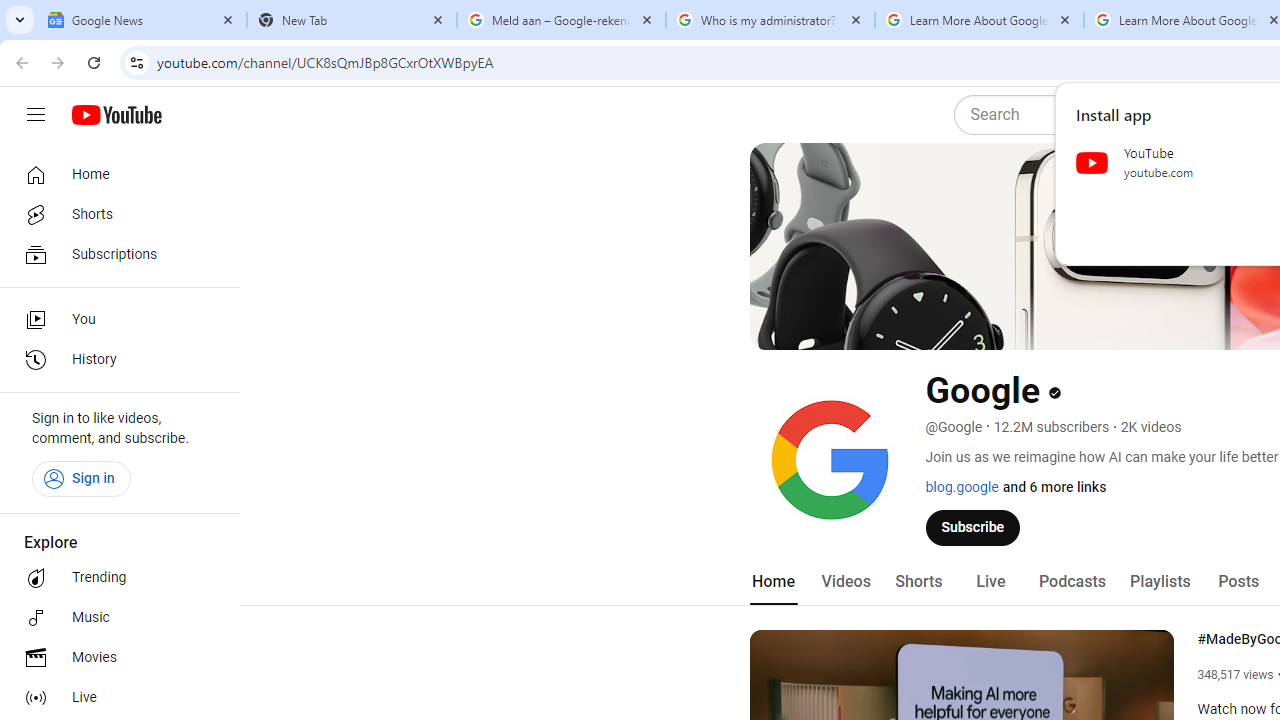 The height and width of the screenshot is (720, 1280). Describe the element at coordinates (35, 115) in the screenshot. I see `'Guide'` at that location.